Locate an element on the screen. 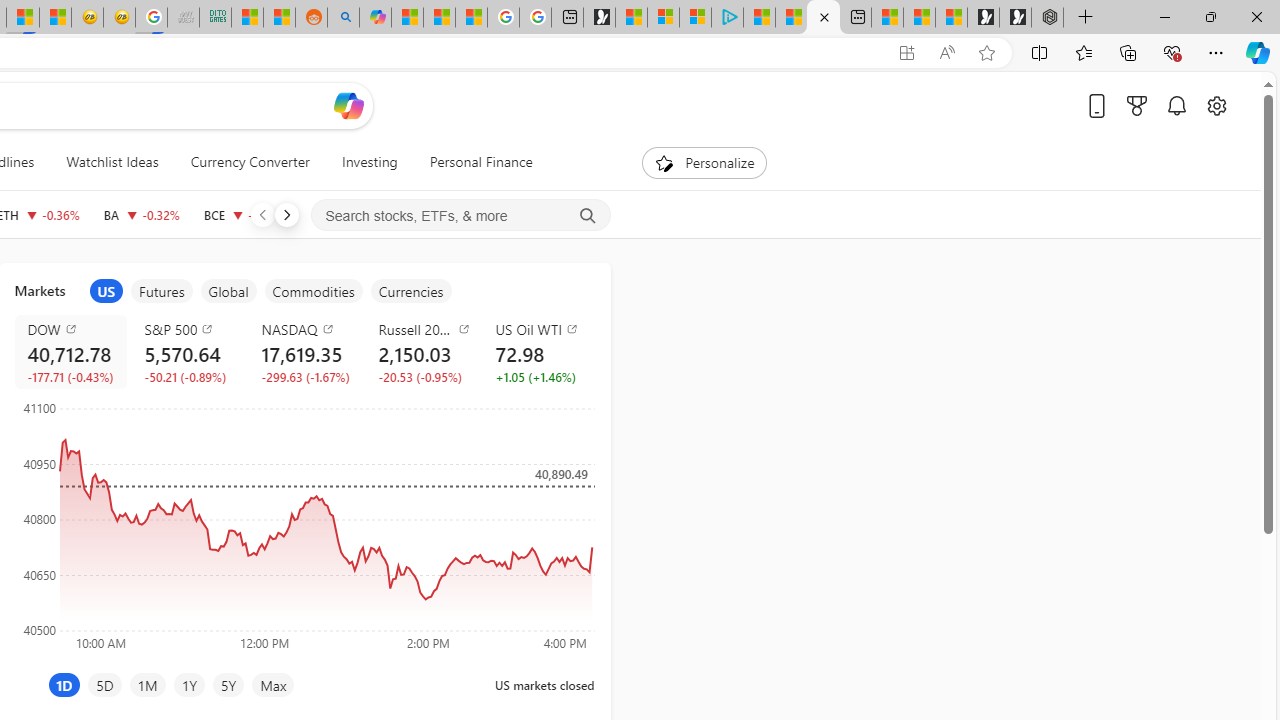  'NASDAQ COMP decrease 17,619.35 -299.63 -1.67%' is located at coordinates (303, 351).